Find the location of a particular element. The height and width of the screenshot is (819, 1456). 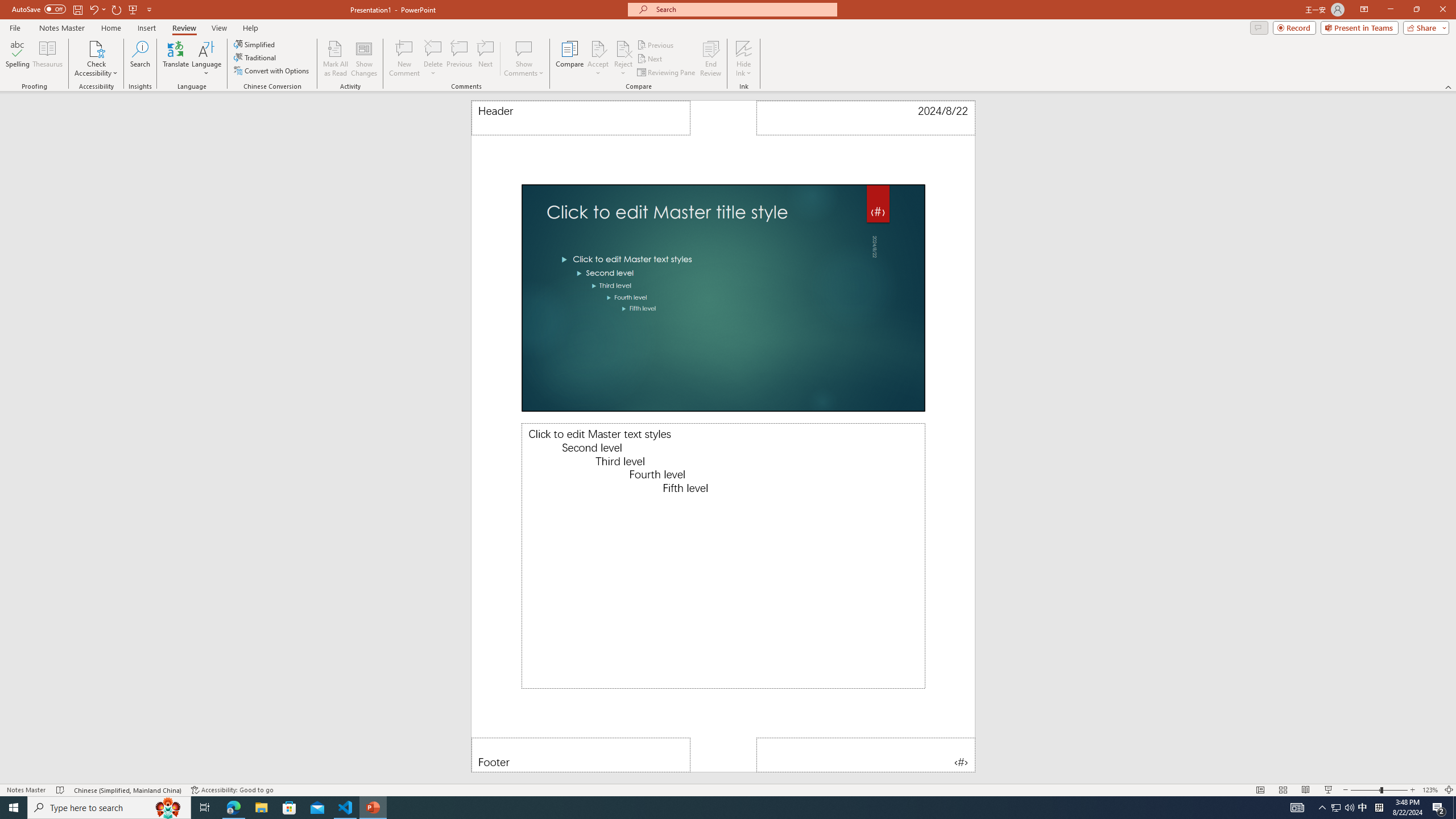

'Translate' is located at coordinates (176, 59).